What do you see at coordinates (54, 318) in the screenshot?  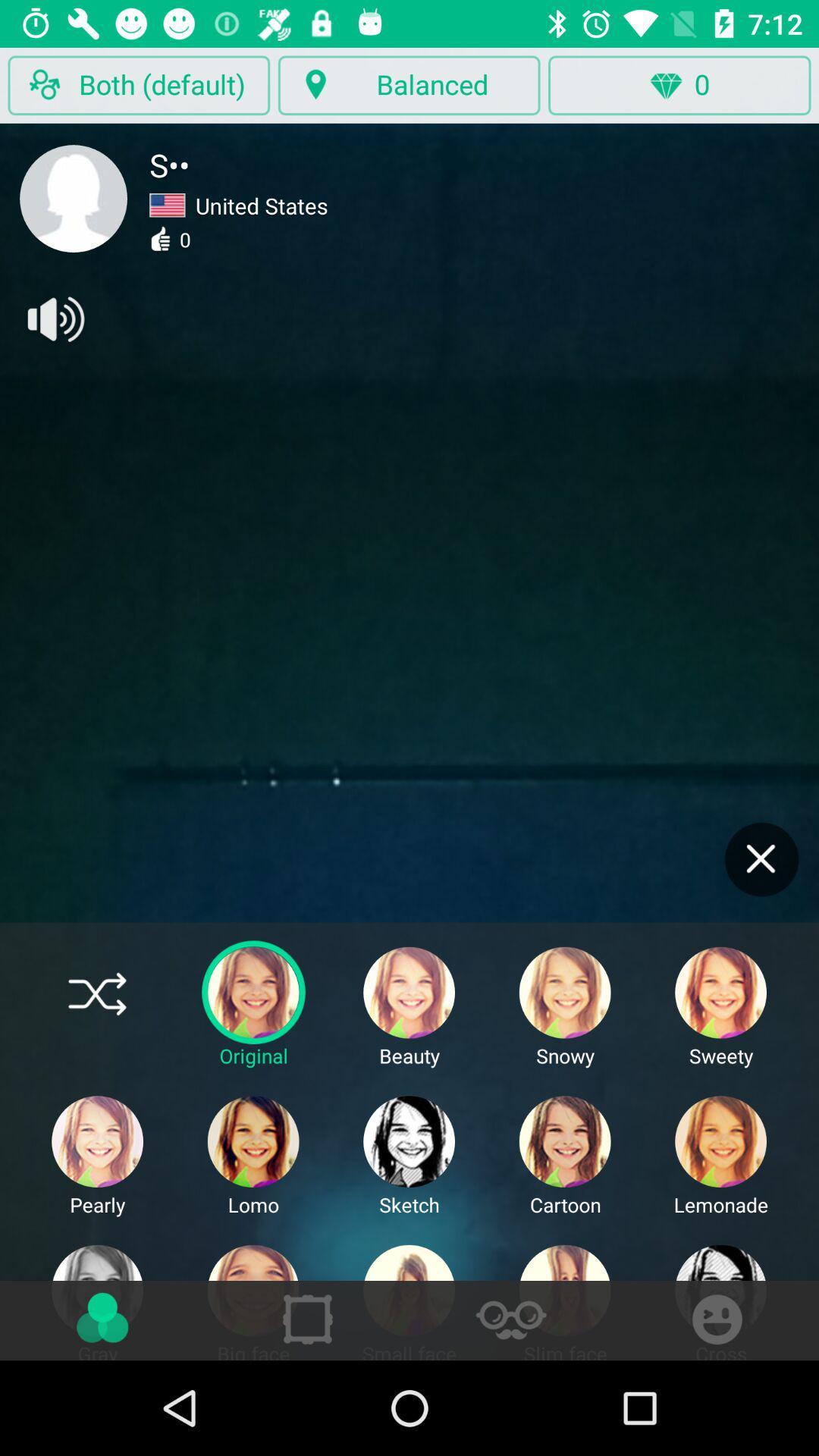 I see `the volume icon` at bounding box center [54, 318].